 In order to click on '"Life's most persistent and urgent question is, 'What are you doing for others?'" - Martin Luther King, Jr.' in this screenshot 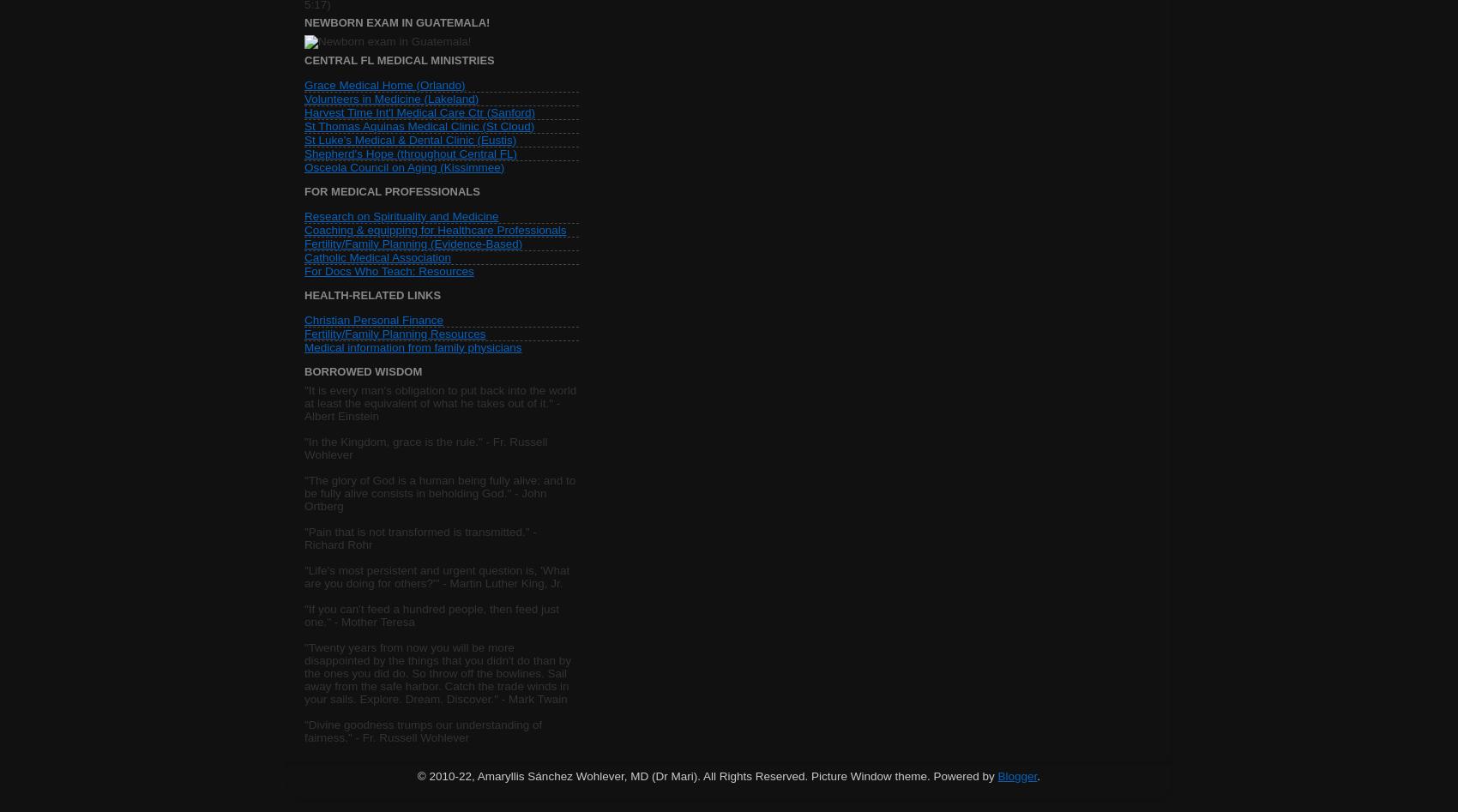, I will do `click(437, 574)`.